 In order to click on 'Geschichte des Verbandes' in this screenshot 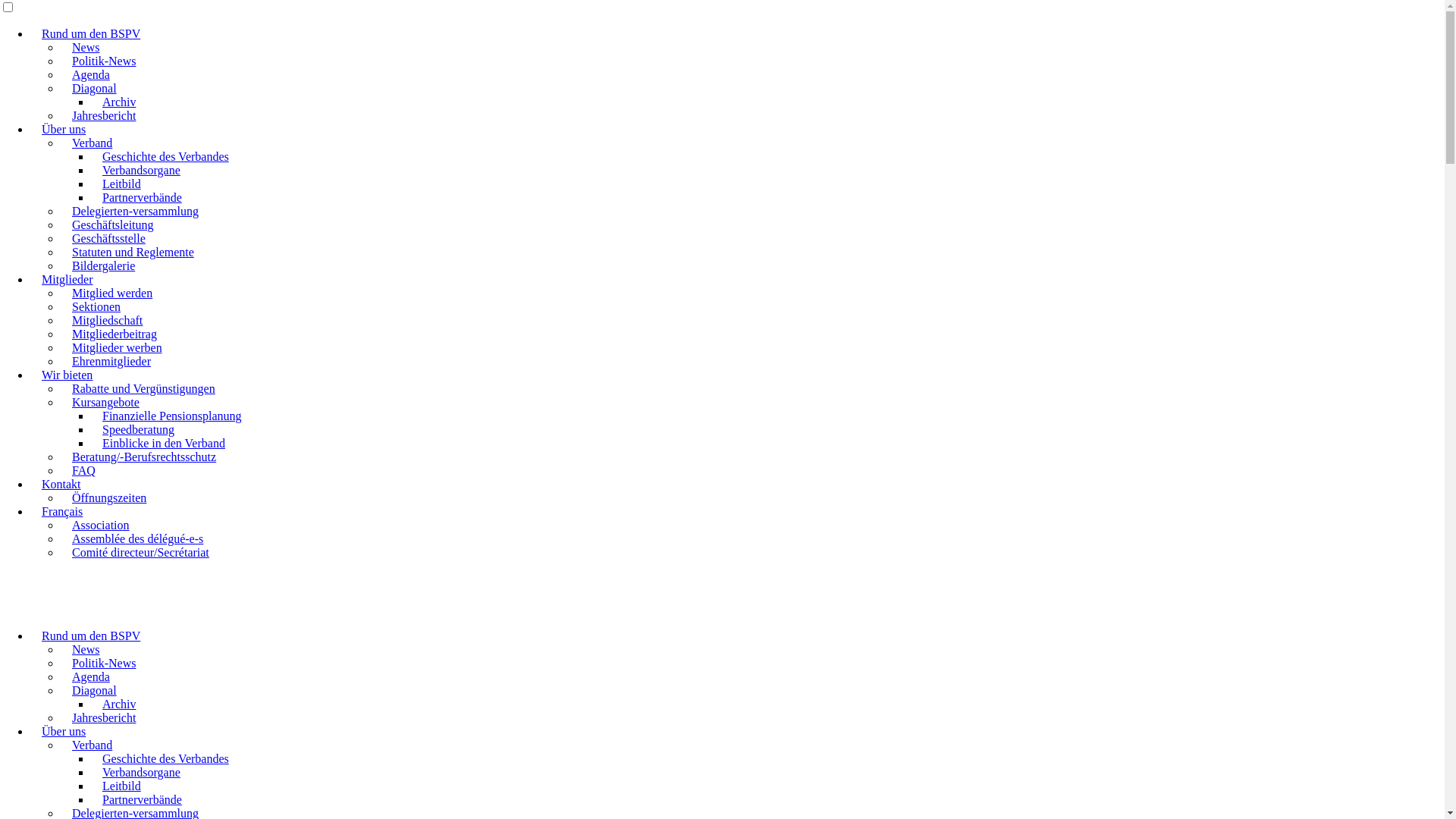, I will do `click(165, 758)`.